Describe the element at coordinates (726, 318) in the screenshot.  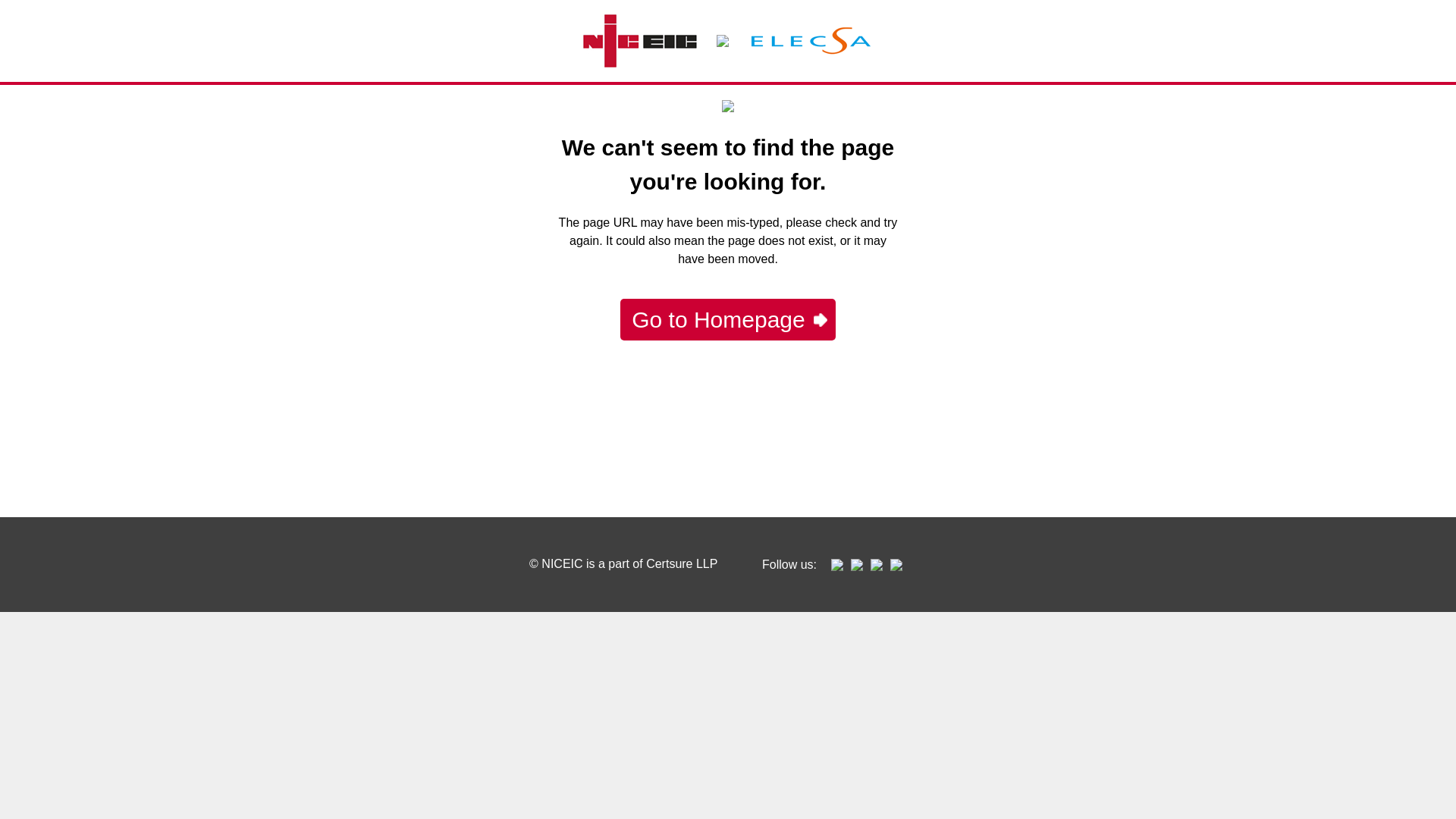
I see `'Go to Homepage'` at that location.